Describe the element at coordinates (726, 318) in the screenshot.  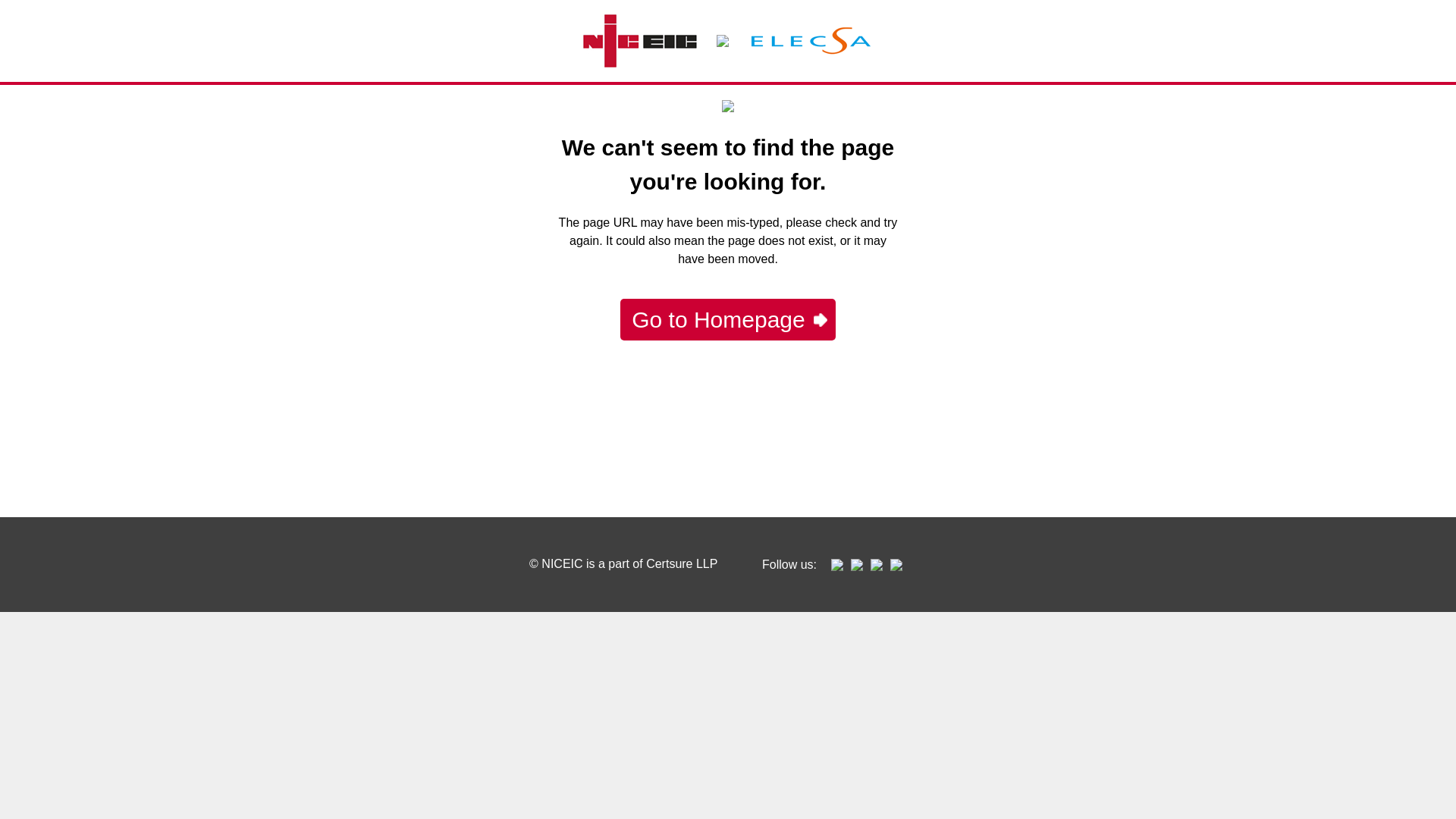
I see `'Go to Homepage'` at that location.